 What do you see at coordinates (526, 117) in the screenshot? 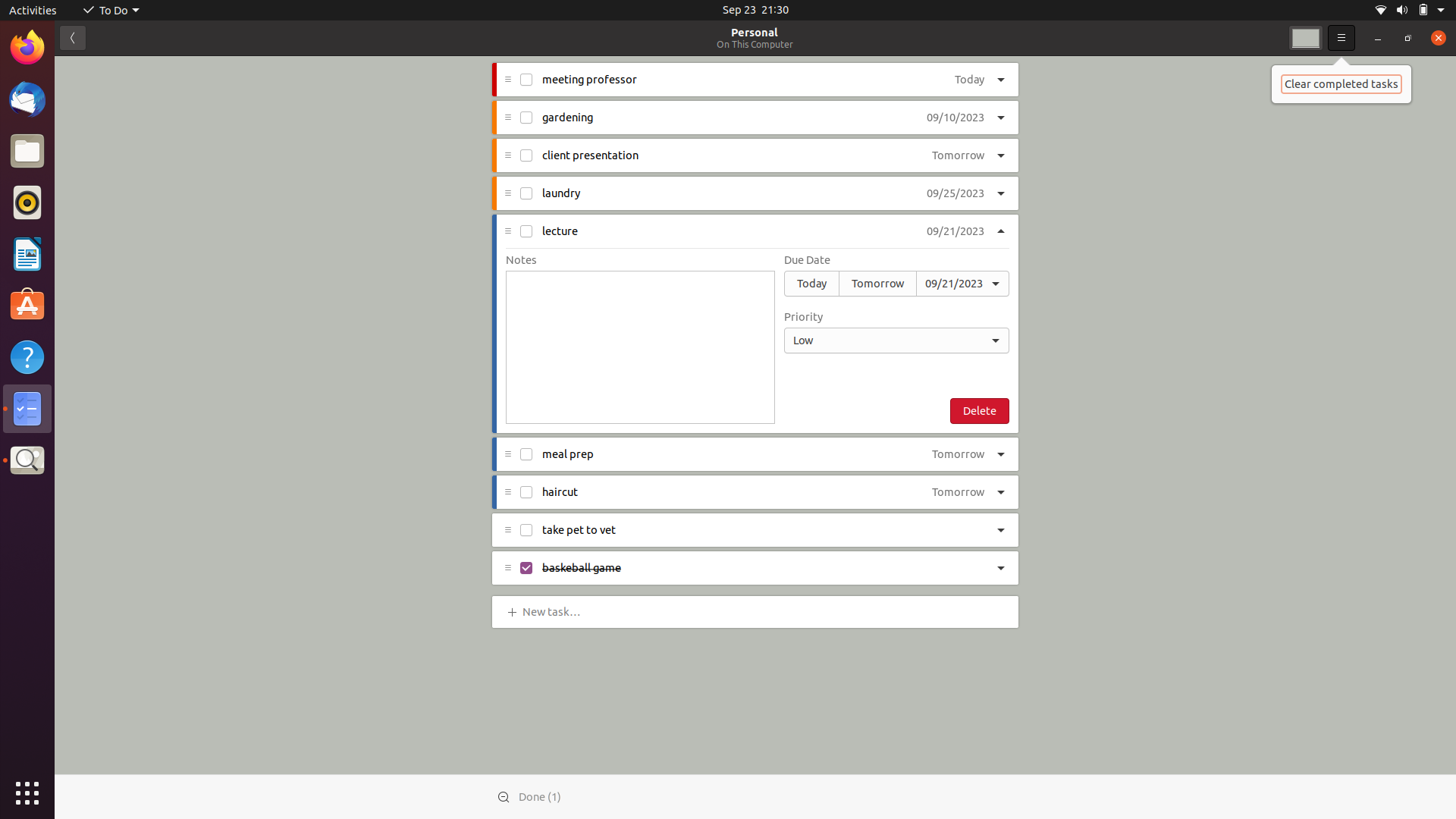
I see `Indicate completion of gardening task` at bounding box center [526, 117].